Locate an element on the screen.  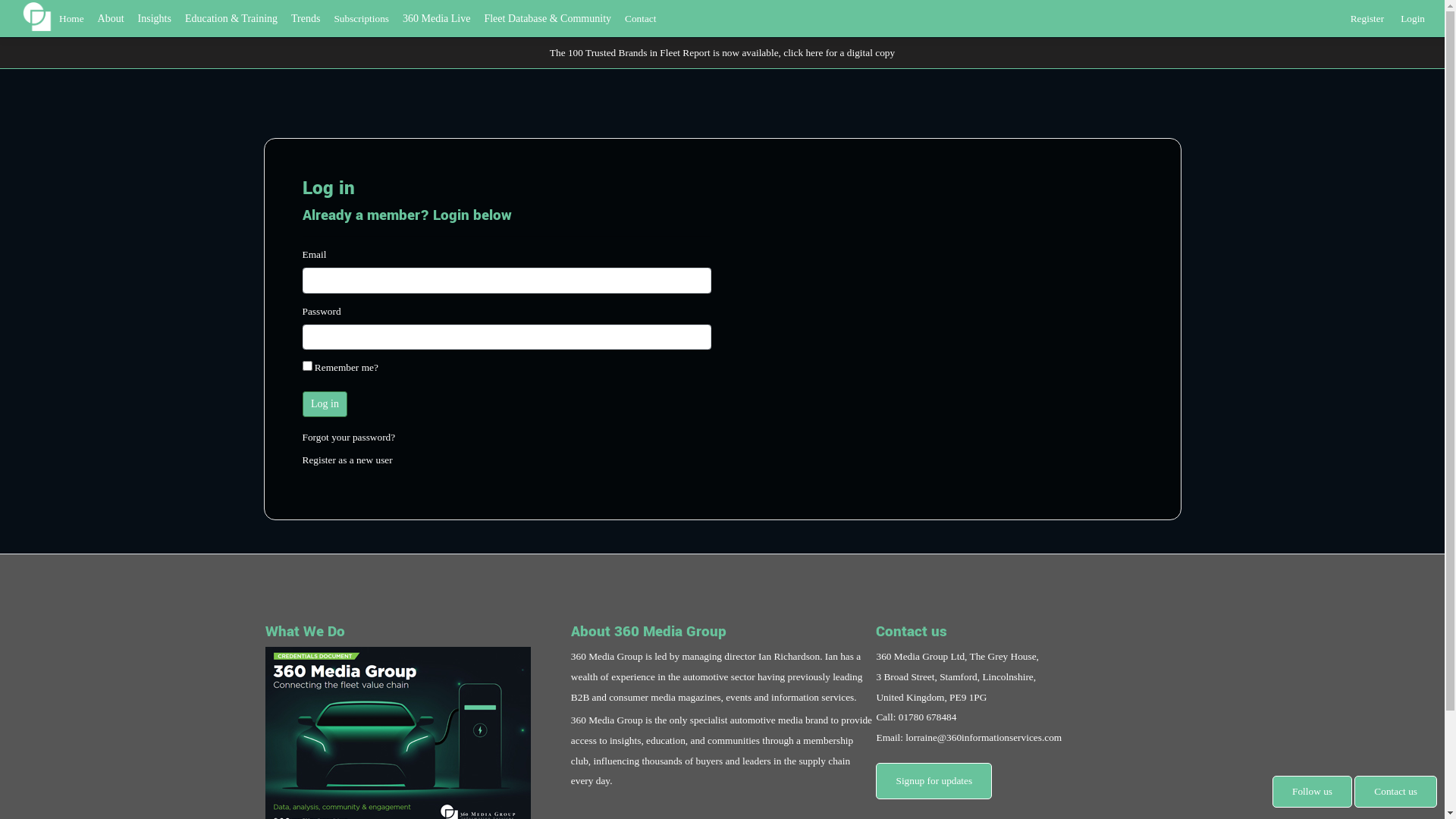
'Contact' is located at coordinates (640, 18).